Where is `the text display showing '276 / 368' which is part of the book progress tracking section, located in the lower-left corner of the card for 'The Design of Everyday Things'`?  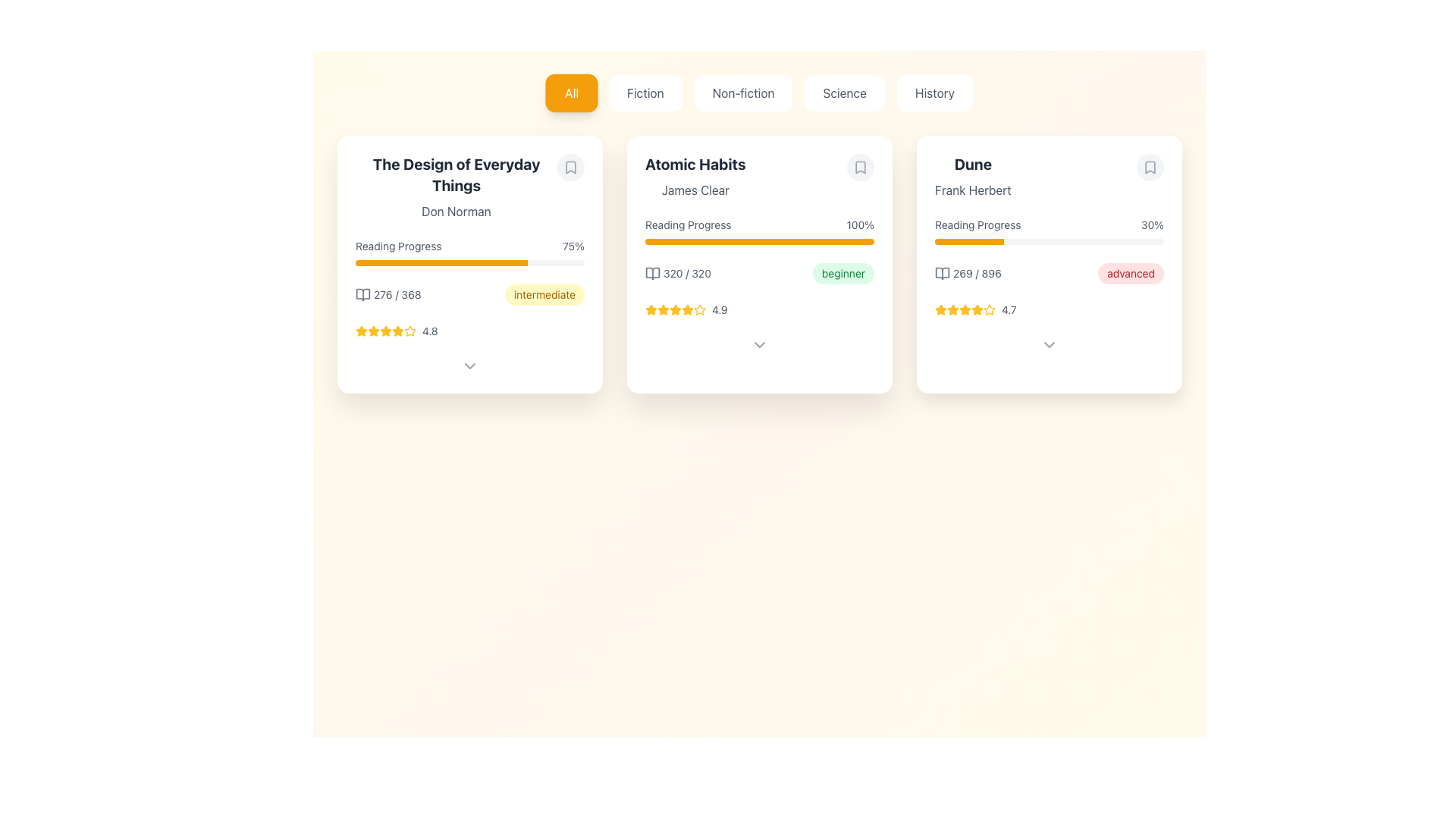 the text display showing '276 / 368' which is part of the book progress tracking section, located in the lower-left corner of the card for 'The Design of Everyday Things' is located at coordinates (397, 295).